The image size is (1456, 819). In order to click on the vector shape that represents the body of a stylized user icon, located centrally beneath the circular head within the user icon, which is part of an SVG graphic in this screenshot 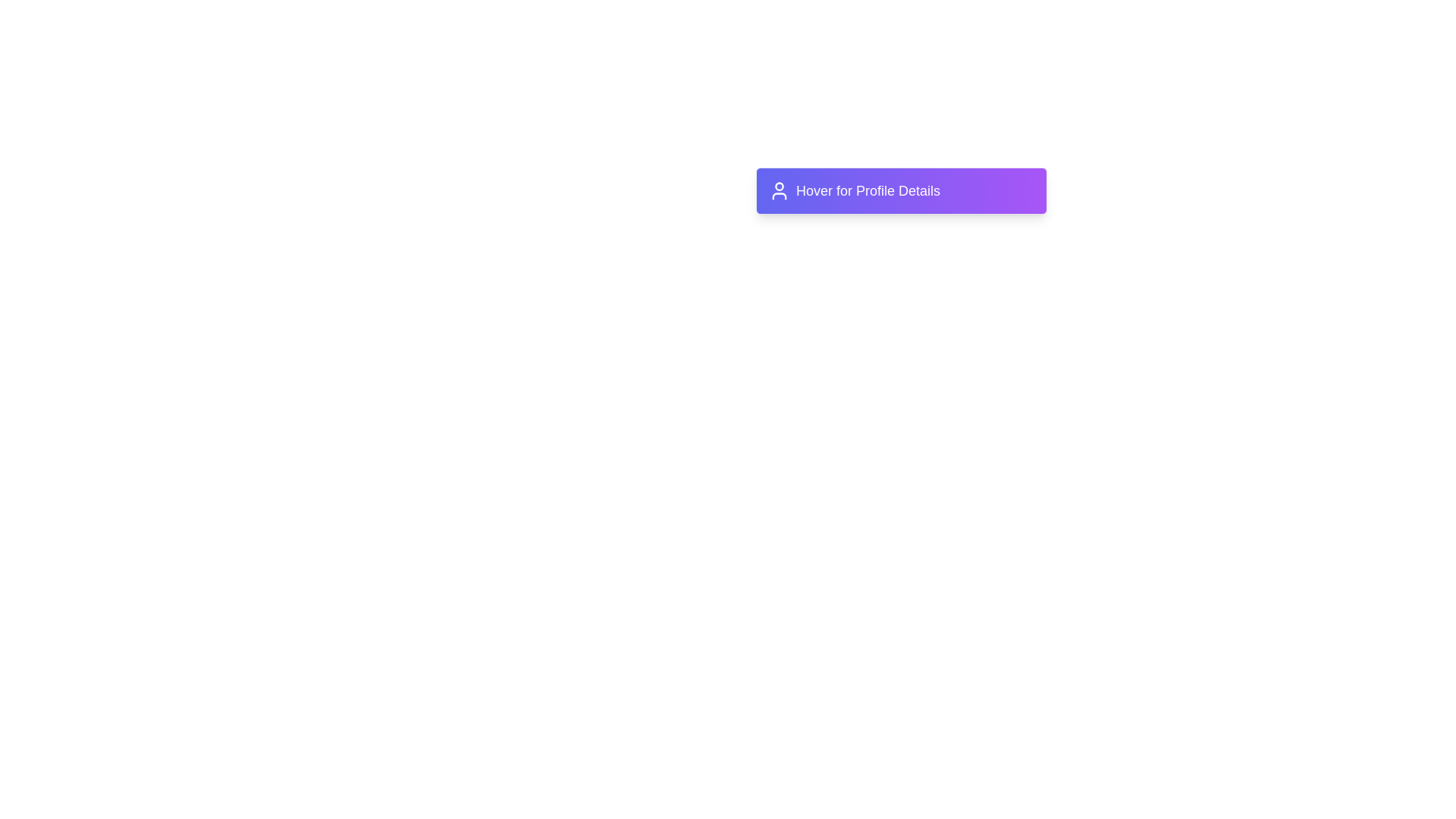, I will do `click(779, 195)`.